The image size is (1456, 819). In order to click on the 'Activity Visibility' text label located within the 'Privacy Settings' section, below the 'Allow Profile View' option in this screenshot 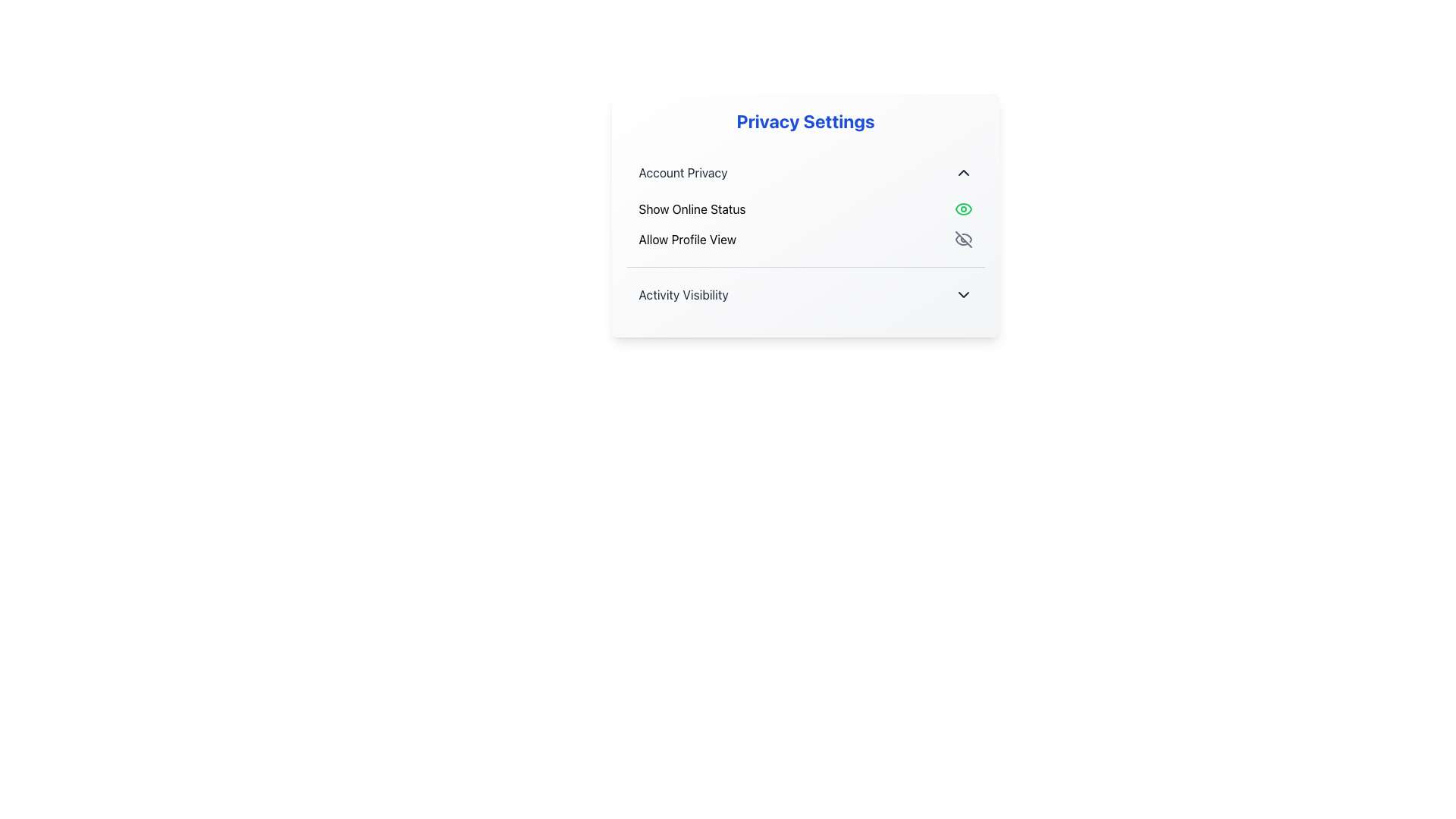, I will do `click(682, 295)`.